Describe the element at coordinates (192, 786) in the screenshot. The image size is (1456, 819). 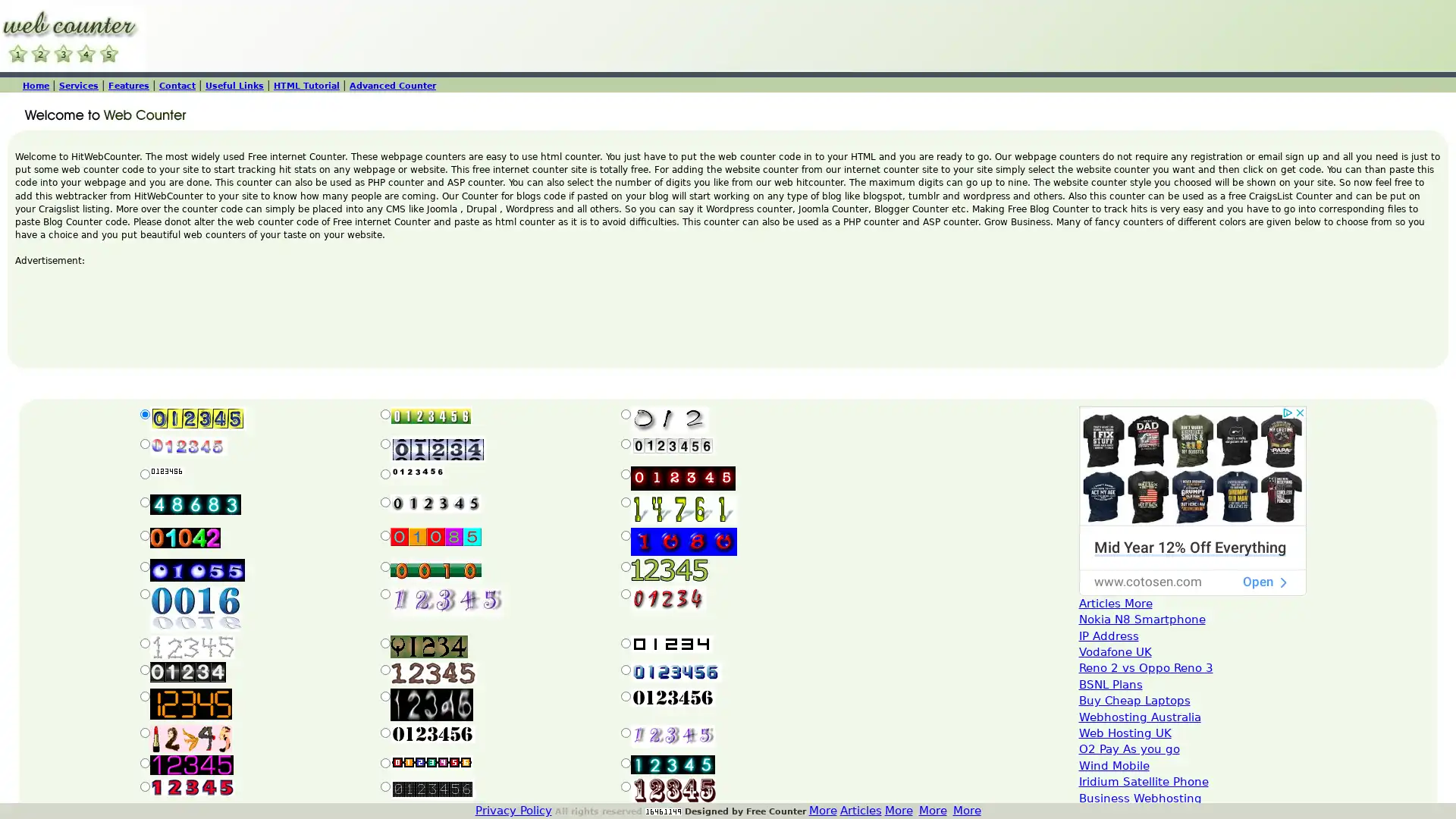
I see `Submit` at that location.